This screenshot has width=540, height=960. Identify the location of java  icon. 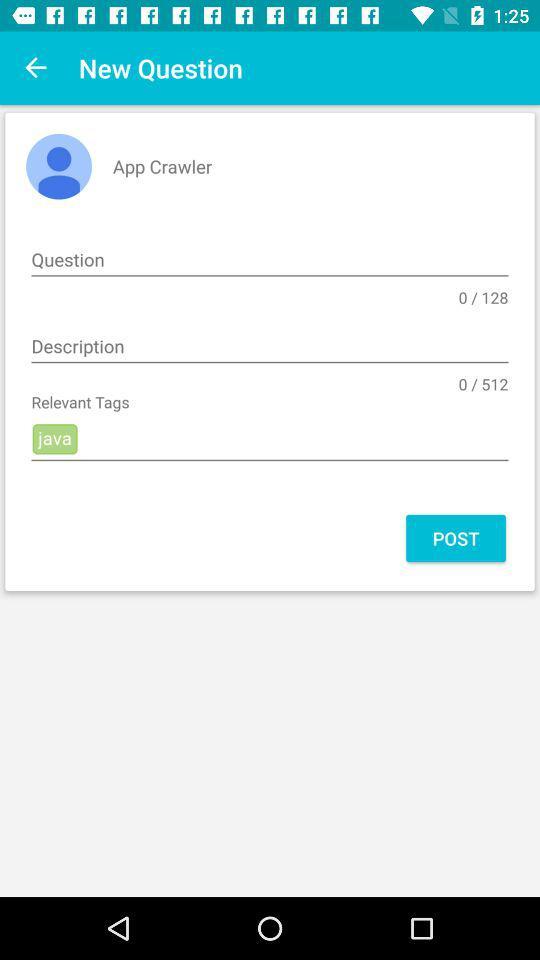
(270, 439).